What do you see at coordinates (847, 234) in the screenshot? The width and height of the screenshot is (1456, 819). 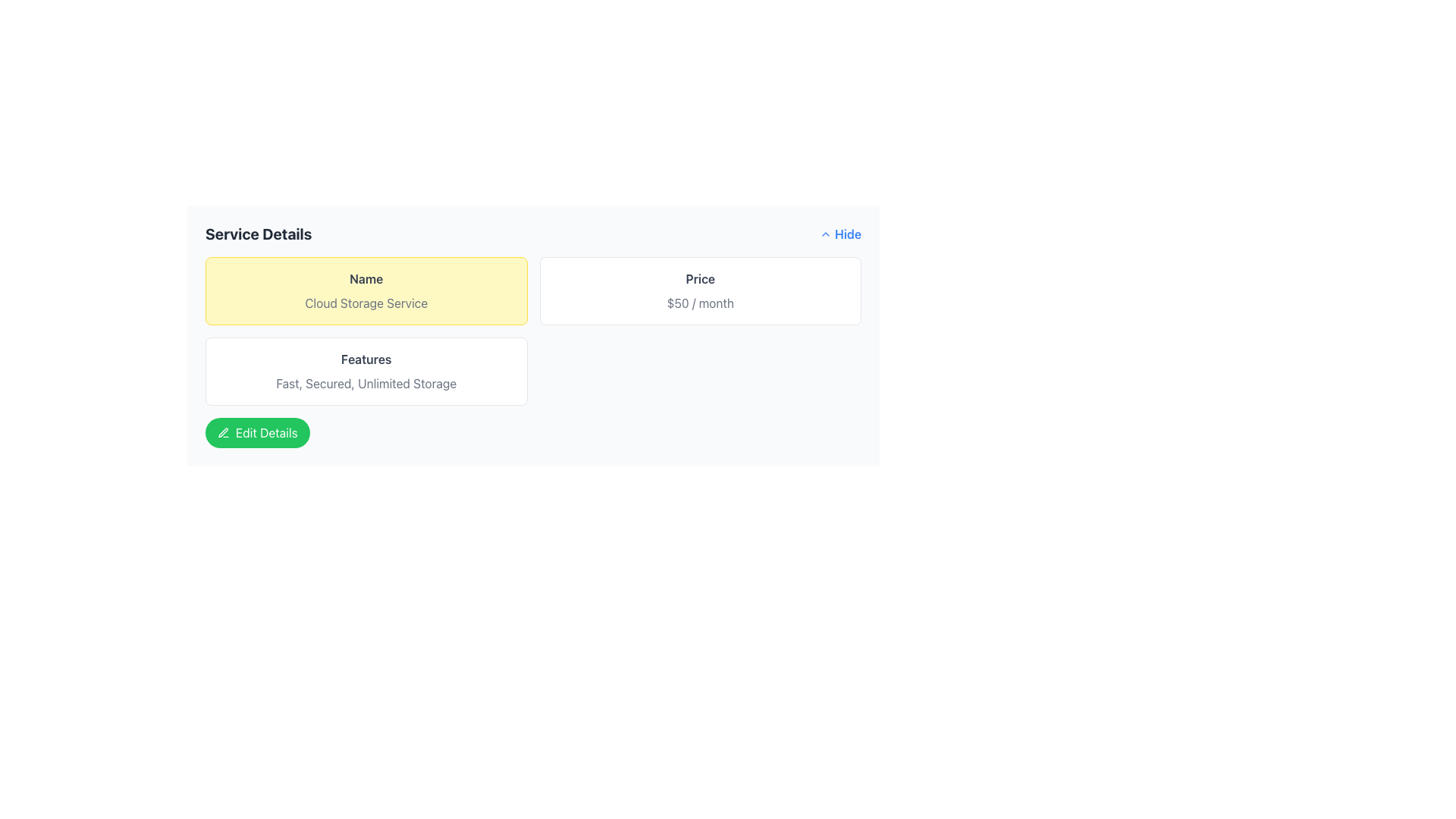 I see `the bolded blue text label 'Hide' located in the top-right corner of the interface` at bounding box center [847, 234].